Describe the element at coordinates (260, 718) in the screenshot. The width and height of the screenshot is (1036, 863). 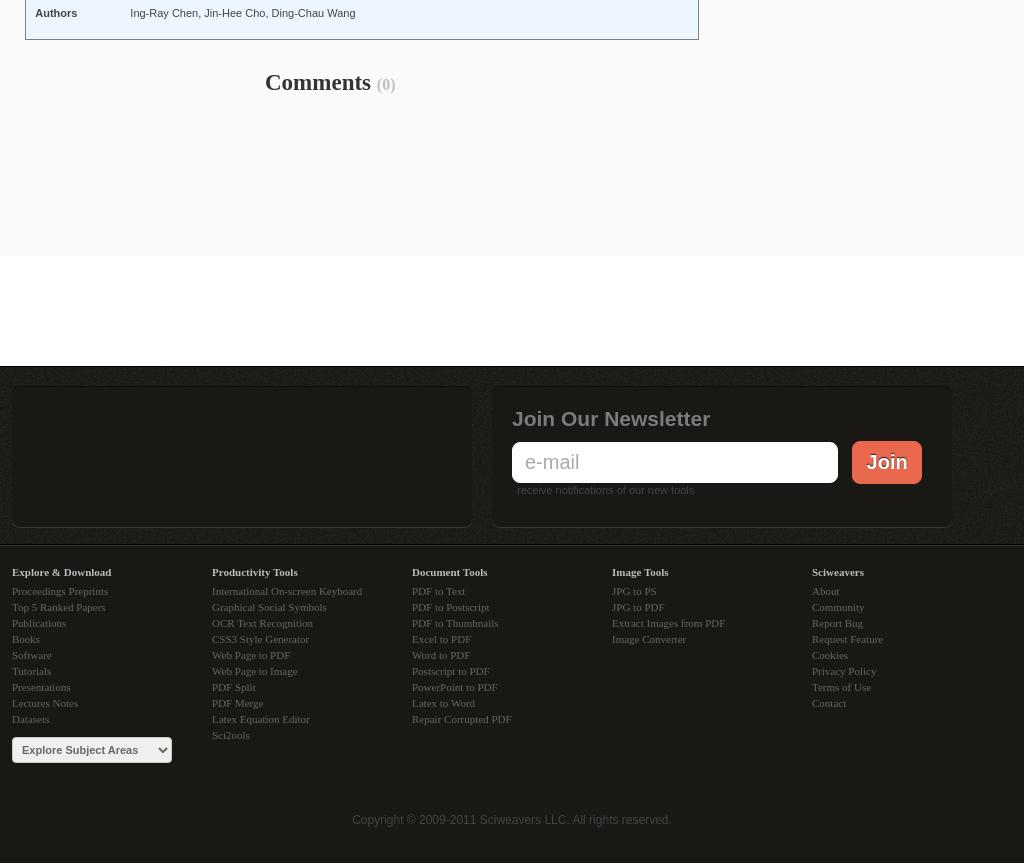
I see `'Latex Equation Editor'` at that location.